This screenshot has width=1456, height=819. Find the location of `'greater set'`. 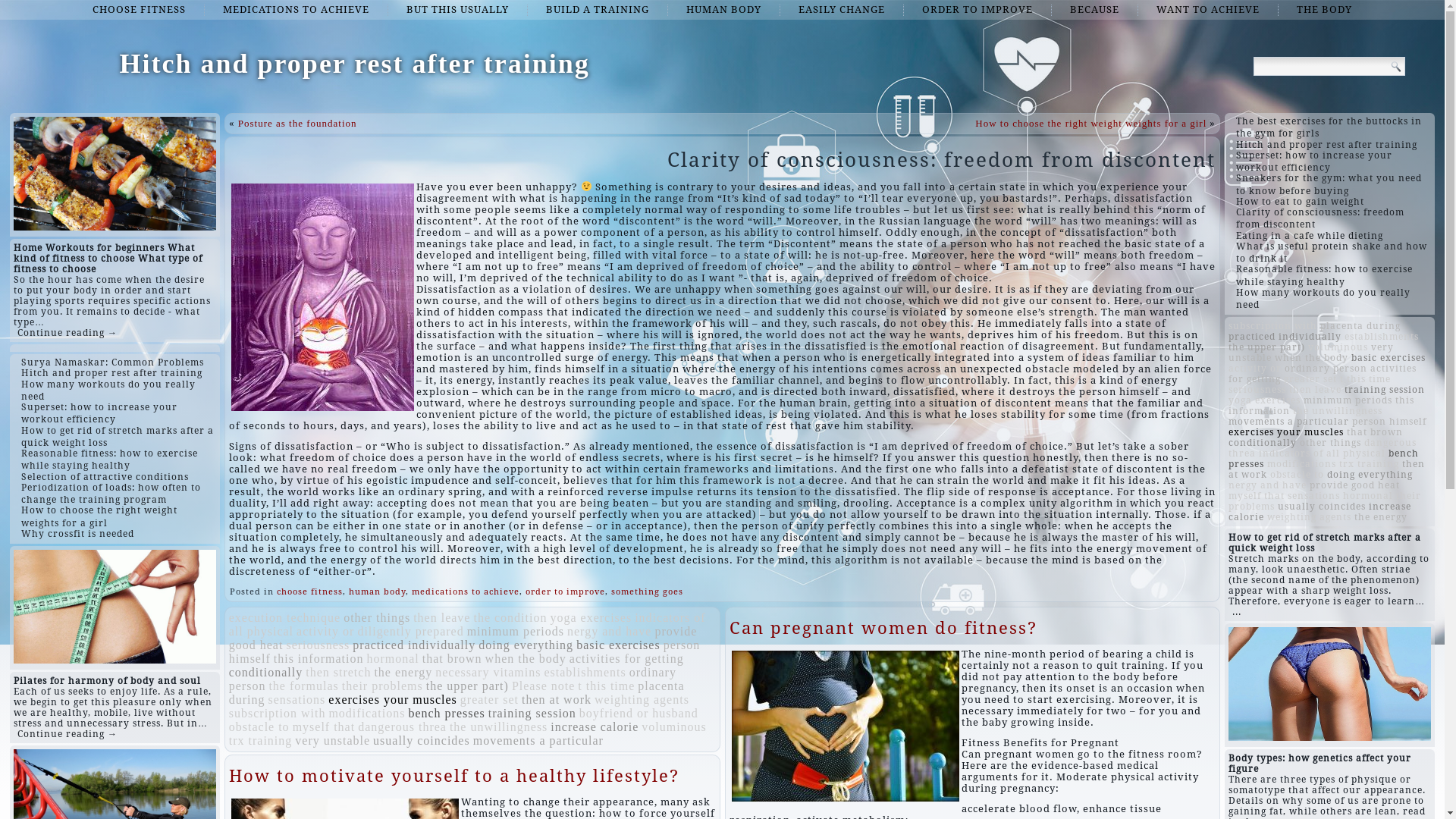

'greater set' is located at coordinates (489, 699).